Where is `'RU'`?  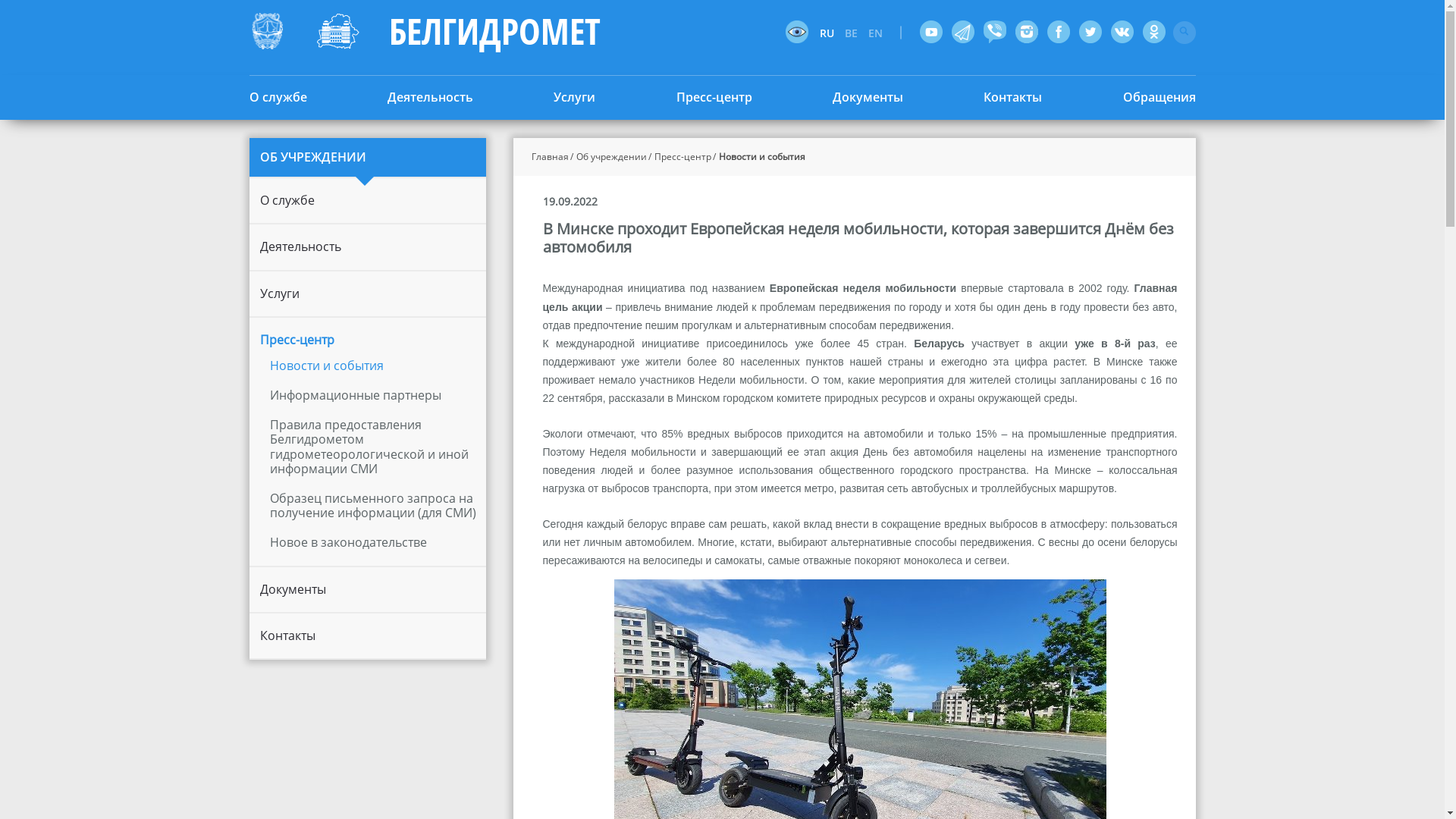 'RU' is located at coordinates (829, 33).